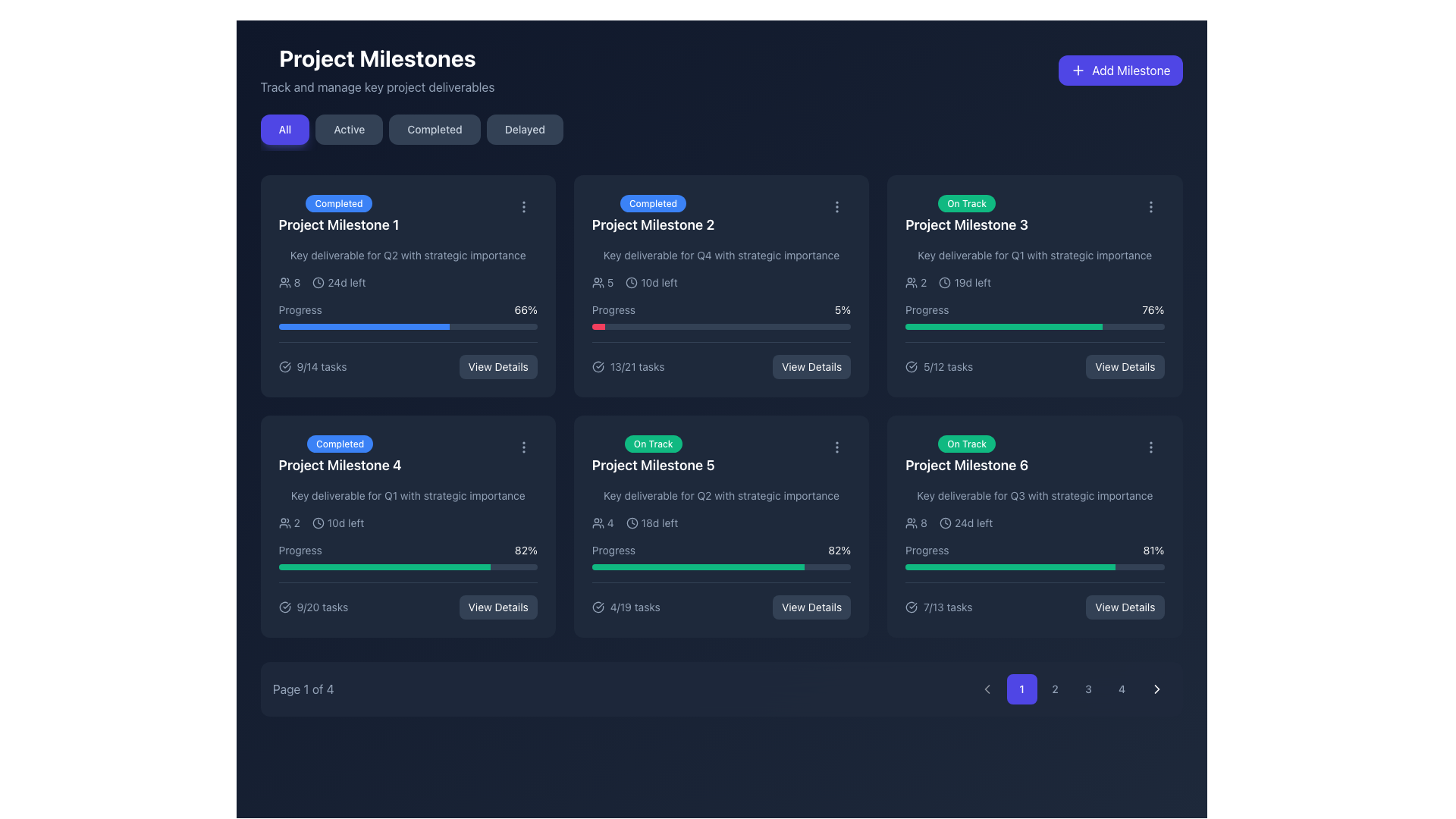 The height and width of the screenshot is (819, 1456). Describe the element at coordinates (337, 225) in the screenshot. I see `the text label displaying 'Project Milestone 1' which is styled in large, bold white font on a dark blue background, located in the first card under the 'Project Milestones' section` at that location.